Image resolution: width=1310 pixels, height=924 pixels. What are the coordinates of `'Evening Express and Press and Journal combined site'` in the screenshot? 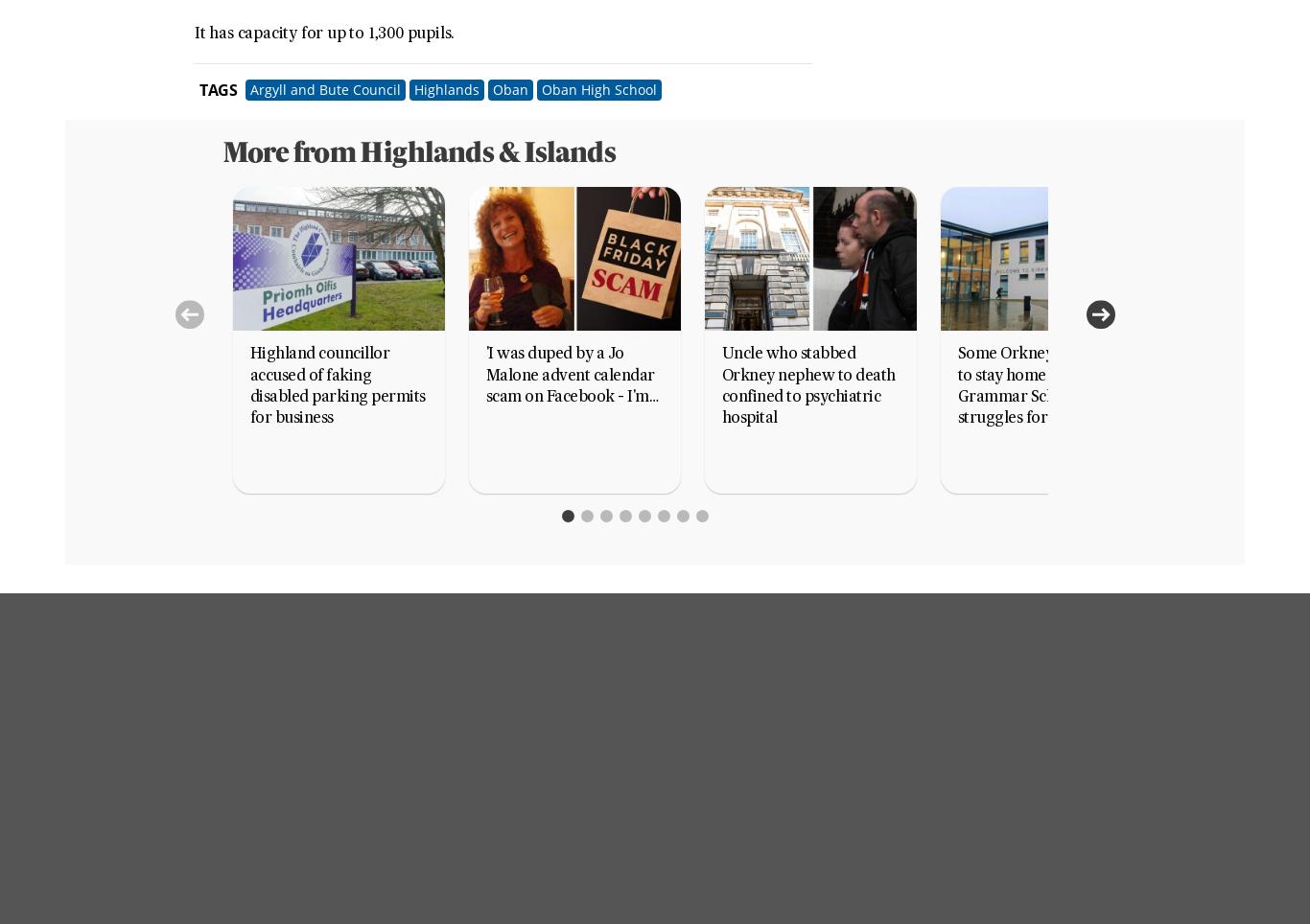 It's located at (790, 801).